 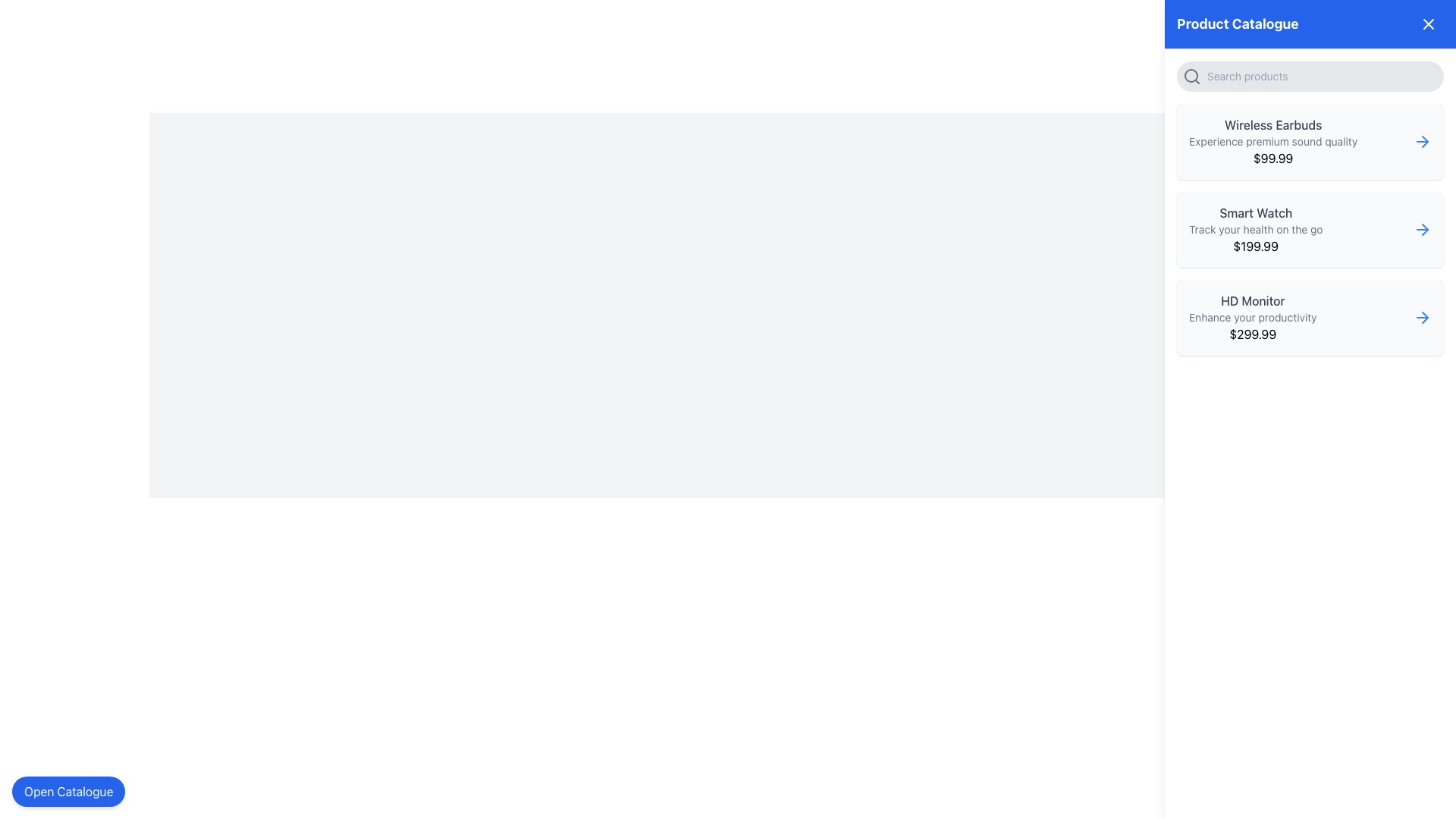 What do you see at coordinates (1422, 317) in the screenshot?
I see `the right-pointing arrow icon with a thin blue outline located next to the 'HD Monitor' text in the 'Product Catalogue' section` at bounding box center [1422, 317].